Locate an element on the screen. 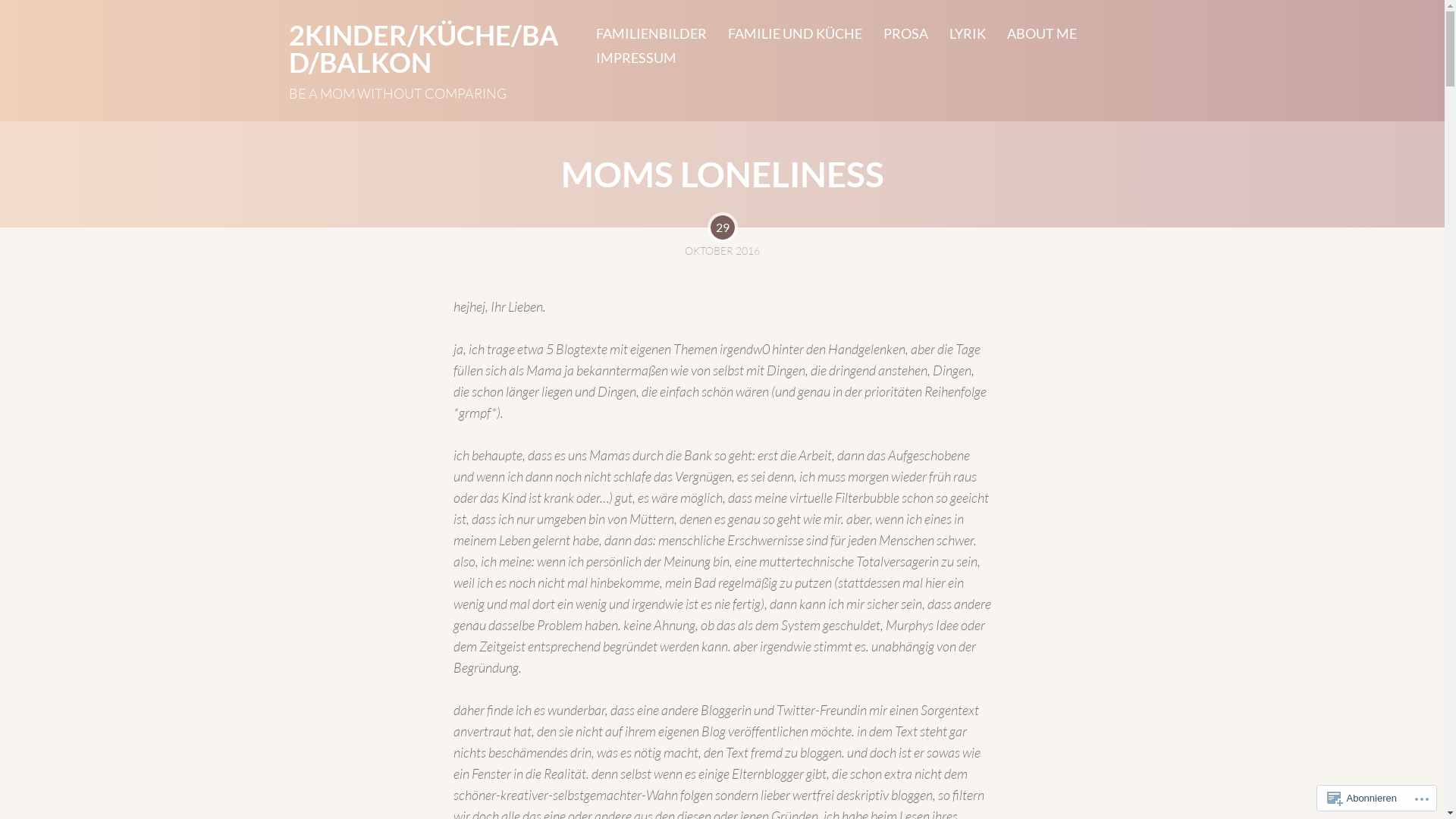 This screenshot has height=819, width=1456. 'FAMILIENBILDER' is located at coordinates (574, 33).